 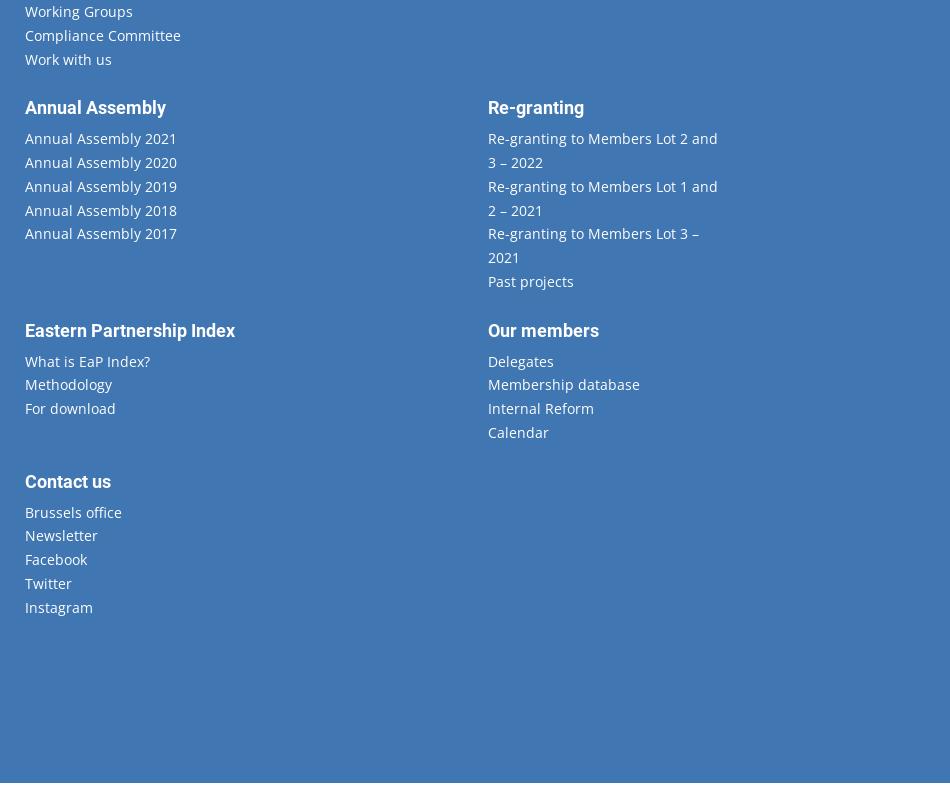 I want to click on 'Internal Reform', so click(x=486, y=408).